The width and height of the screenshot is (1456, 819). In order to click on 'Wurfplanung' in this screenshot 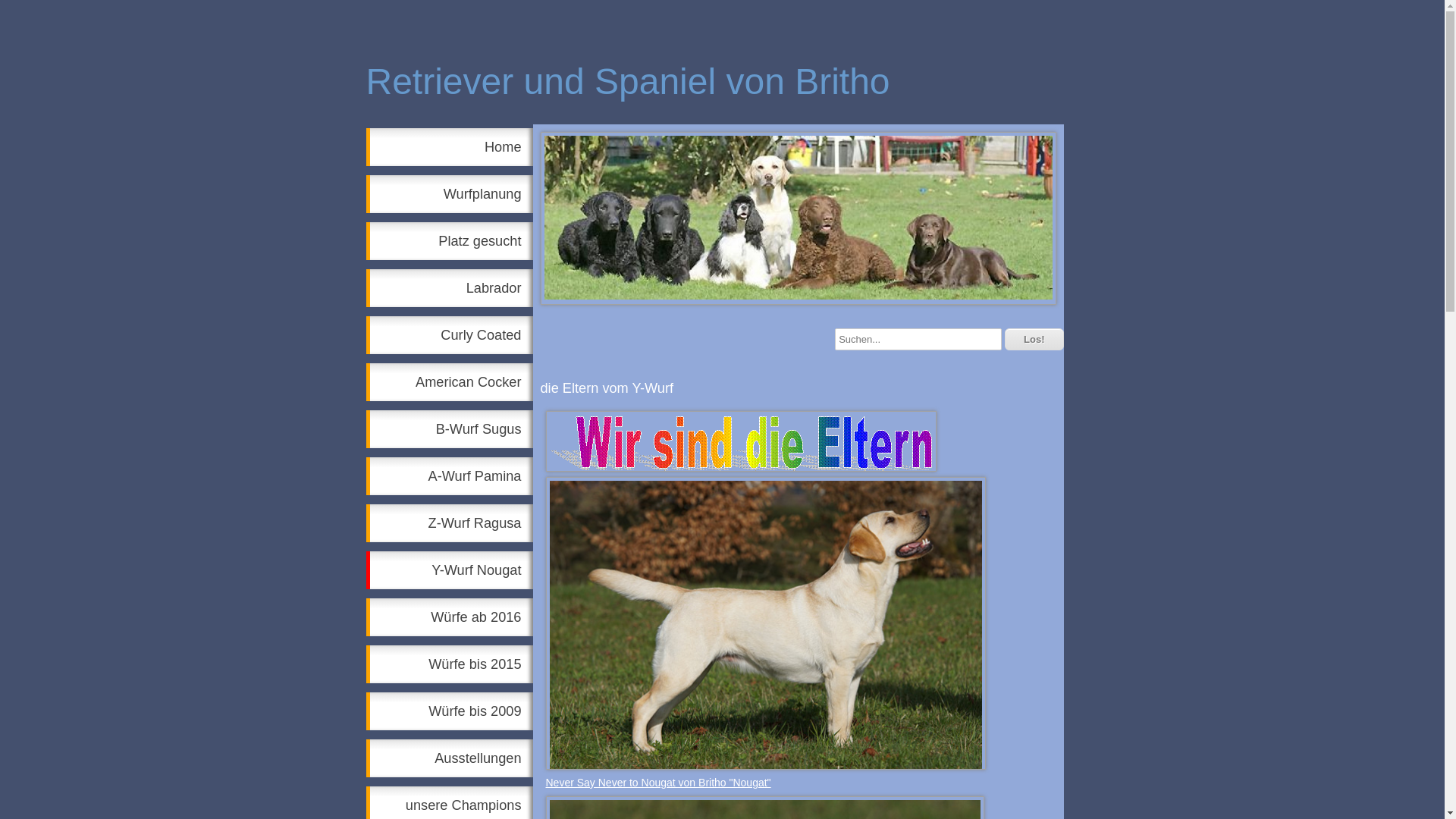, I will do `click(447, 193)`.